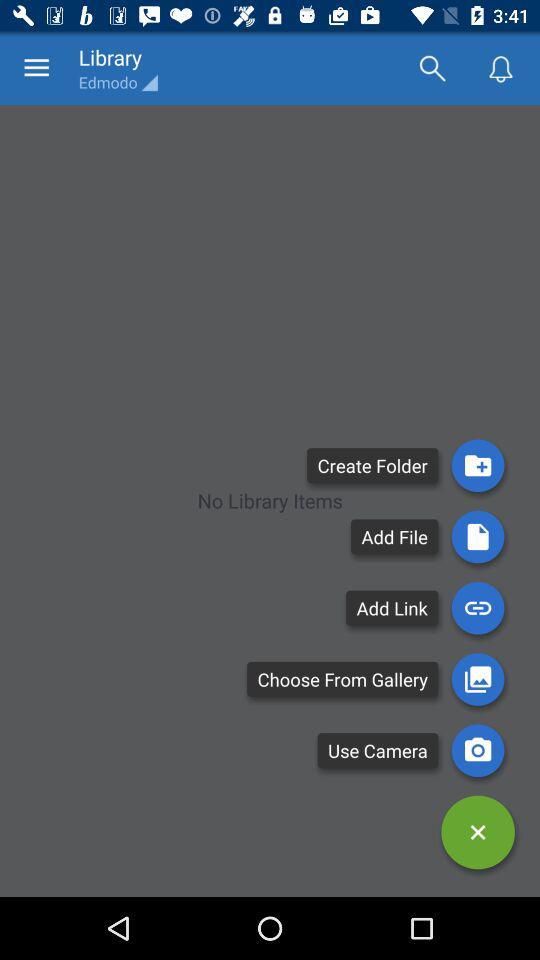  Describe the element at coordinates (477, 536) in the screenshot. I see `file` at that location.